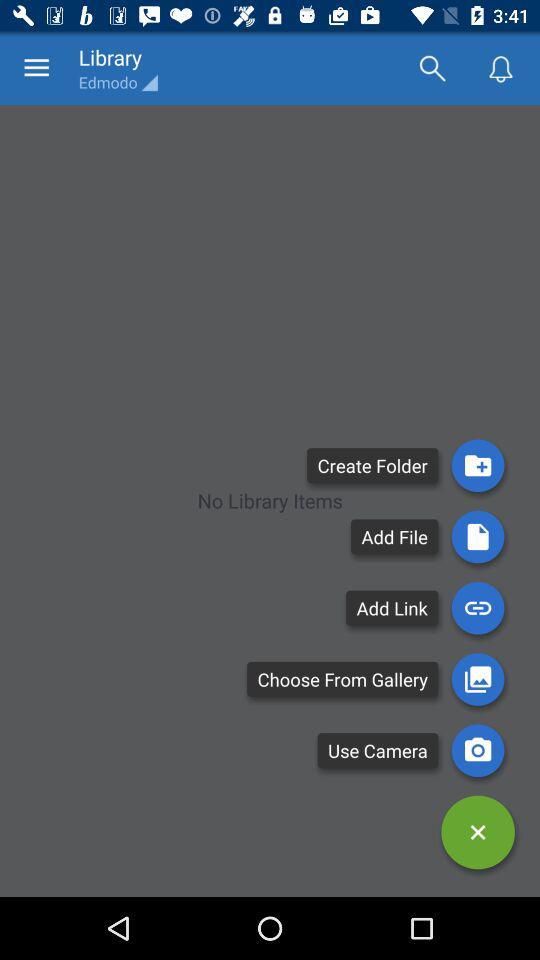  Describe the element at coordinates (477, 536) in the screenshot. I see `file` at that location.